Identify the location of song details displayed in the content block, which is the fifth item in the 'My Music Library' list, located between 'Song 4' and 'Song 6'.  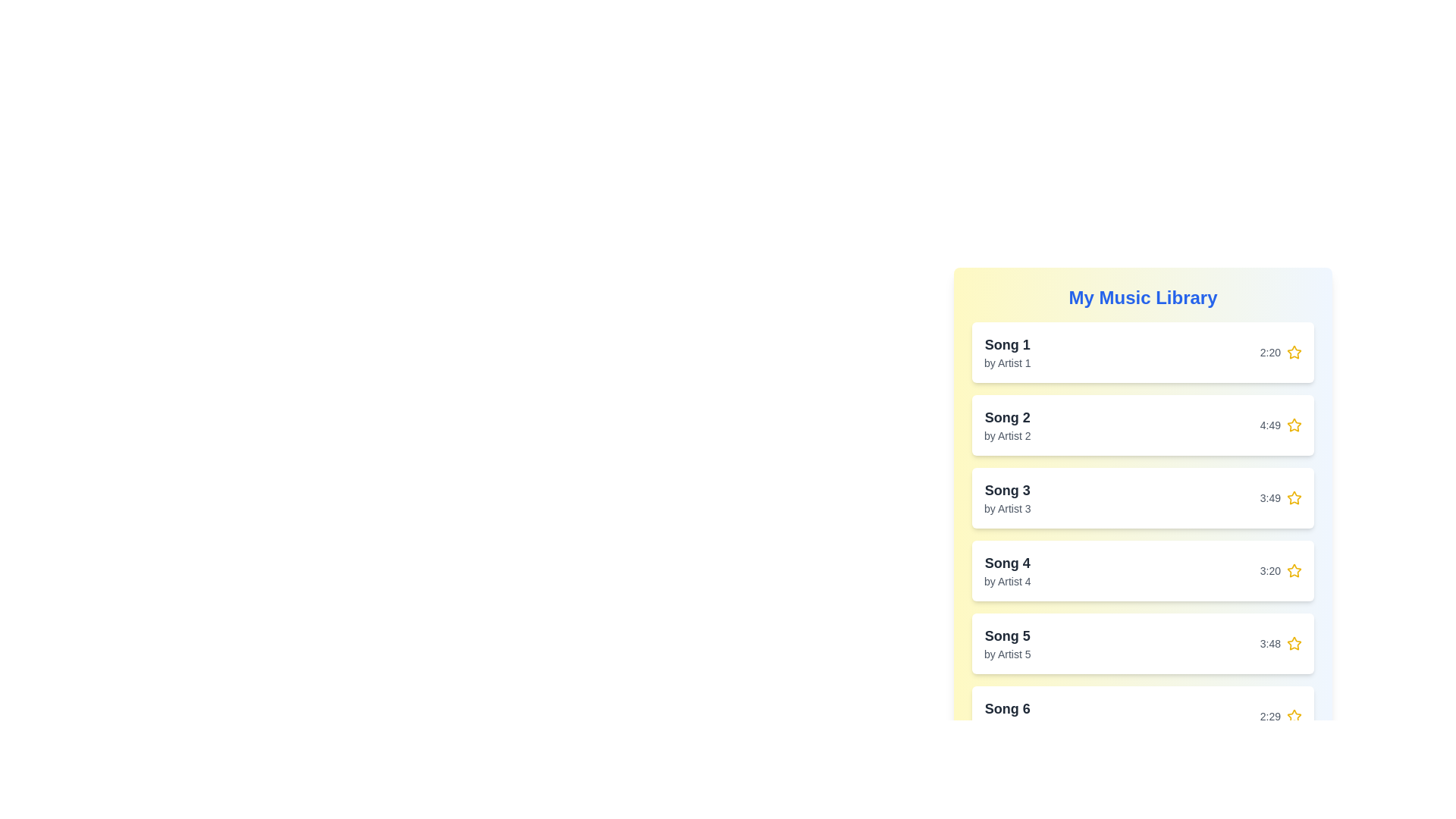
(1143, 643).